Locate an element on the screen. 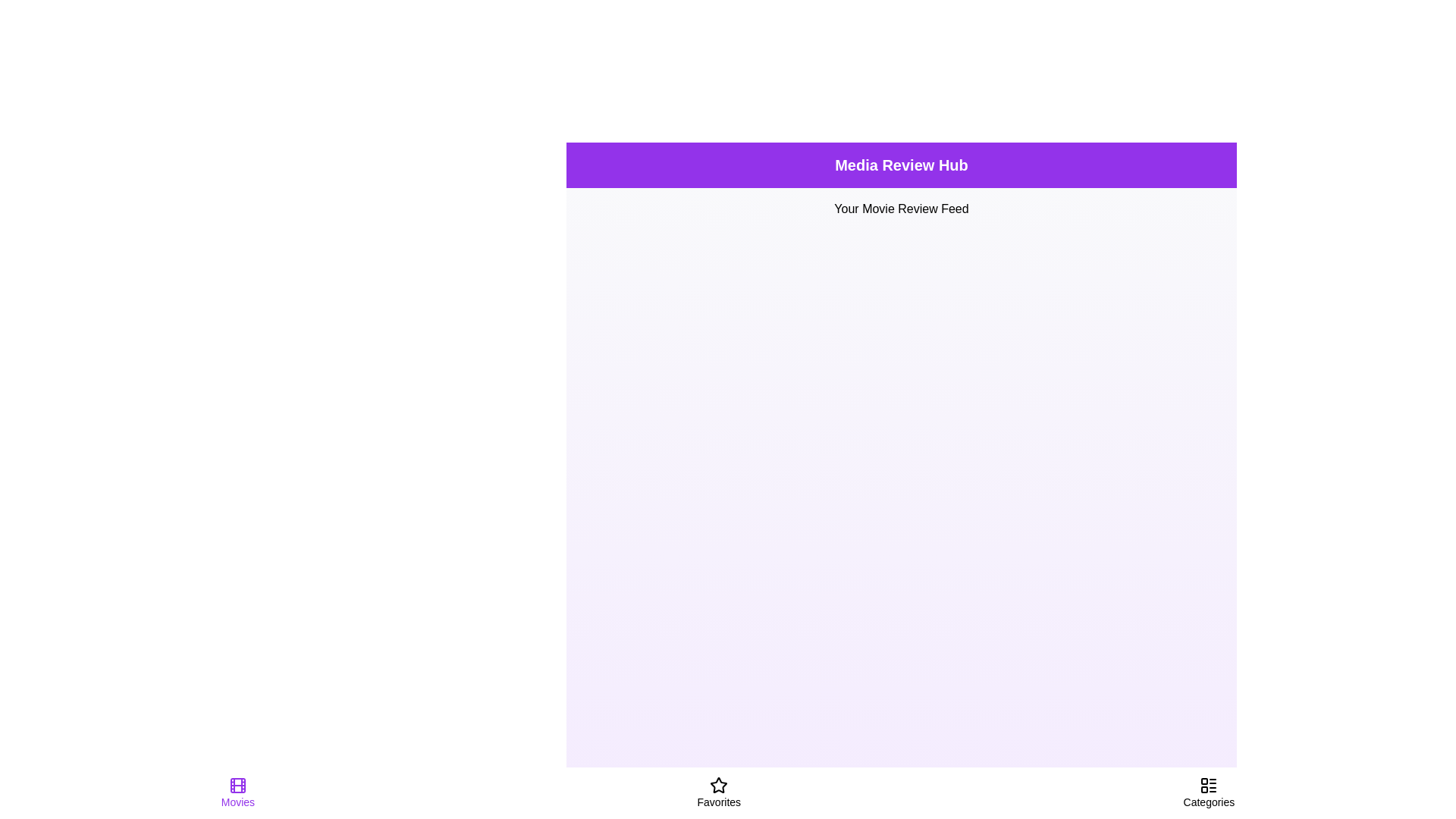 Image resolution: width=1456 pixels, height=819 pixels. the star icon located above the 'Favorites' text in the navigation bar is located at coordinates (718, 785).